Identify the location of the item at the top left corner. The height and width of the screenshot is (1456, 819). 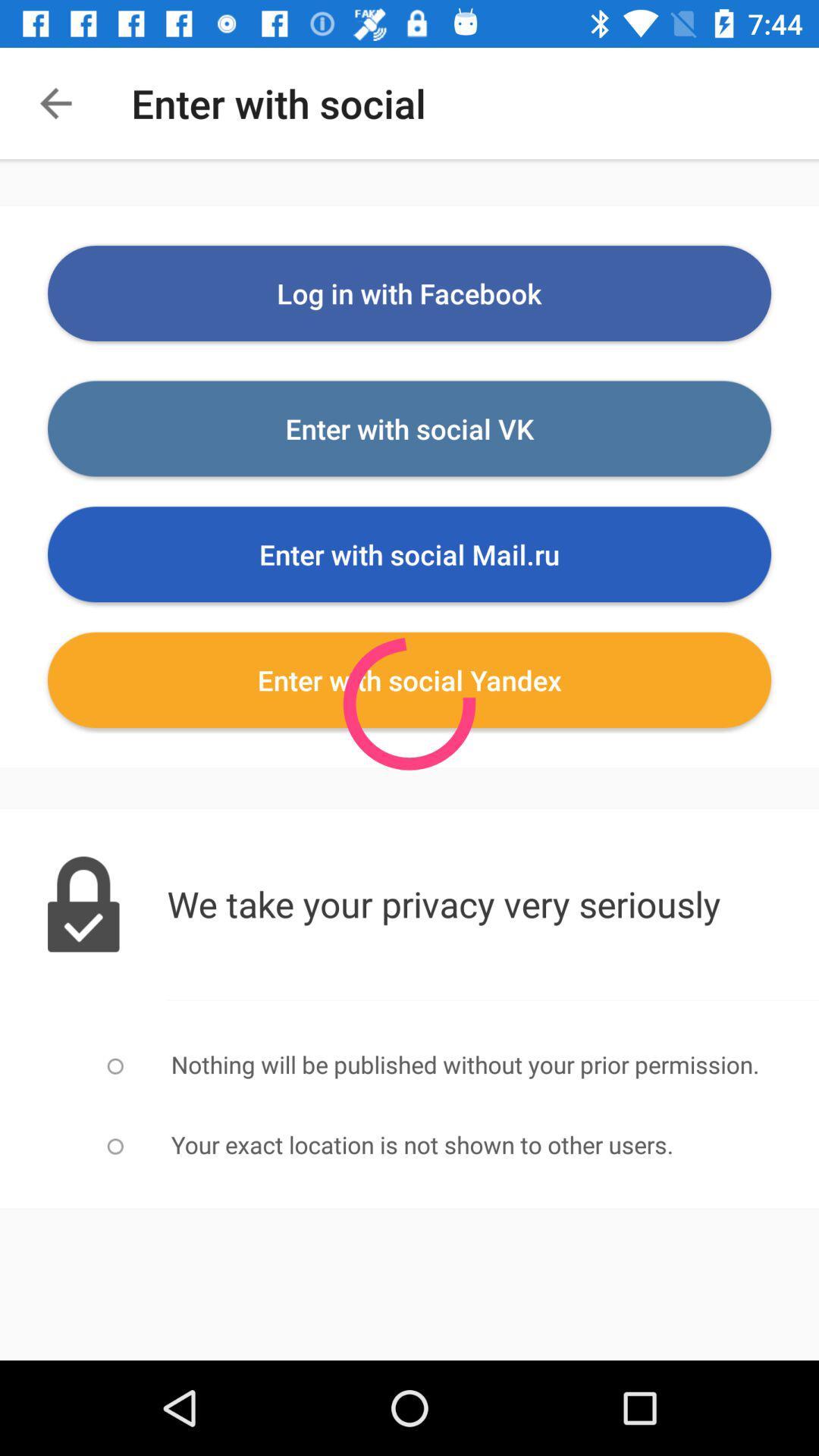
(55, 102).